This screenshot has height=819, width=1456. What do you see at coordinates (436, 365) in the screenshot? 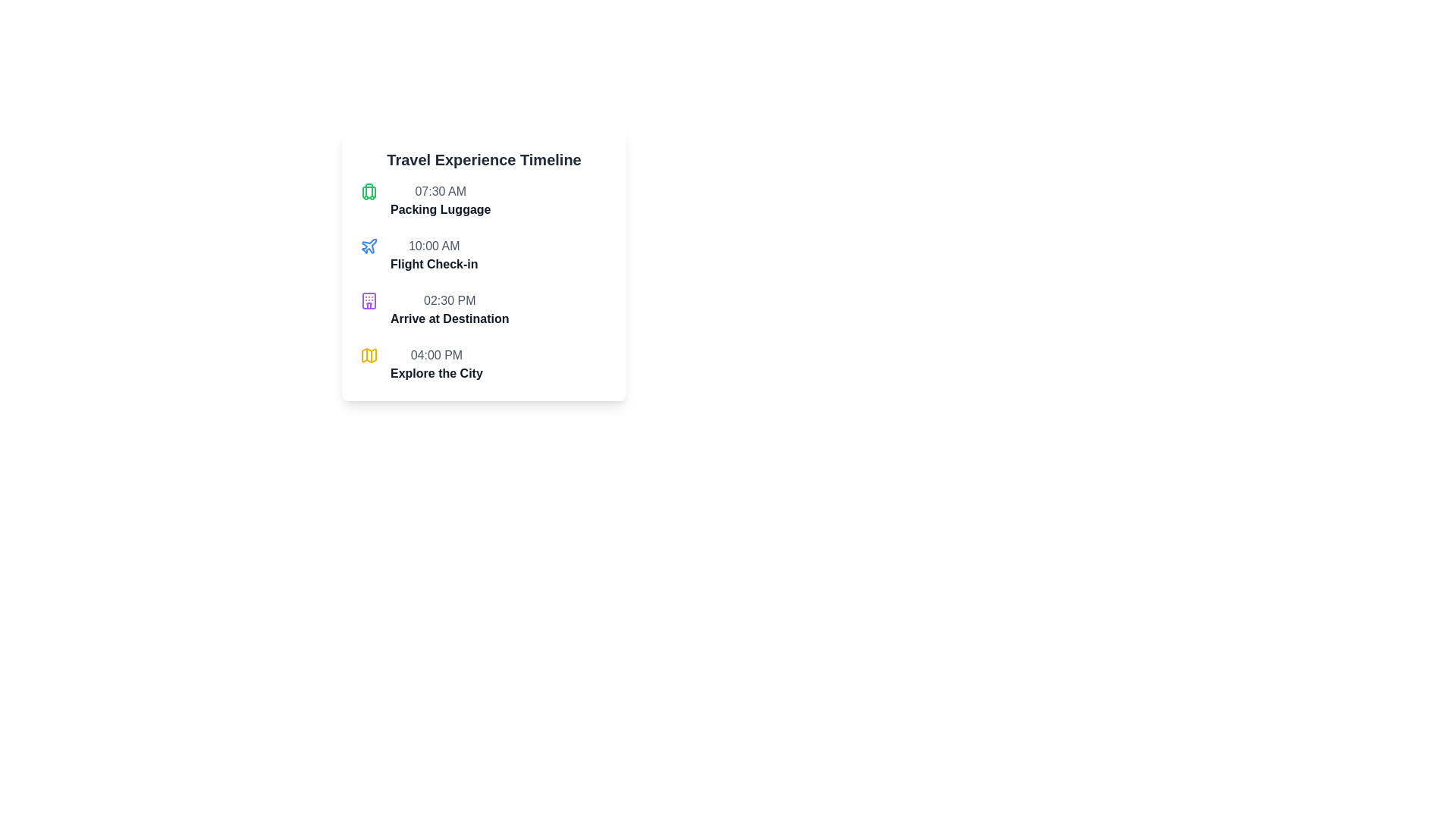
I see `the textual display component that shows the scheduled time and corresponding activity, located in the fourth entry of a vertical timeline list, positioned beneath '02:30 PM Arrive at Destination'` at bounding box center [436, 365].